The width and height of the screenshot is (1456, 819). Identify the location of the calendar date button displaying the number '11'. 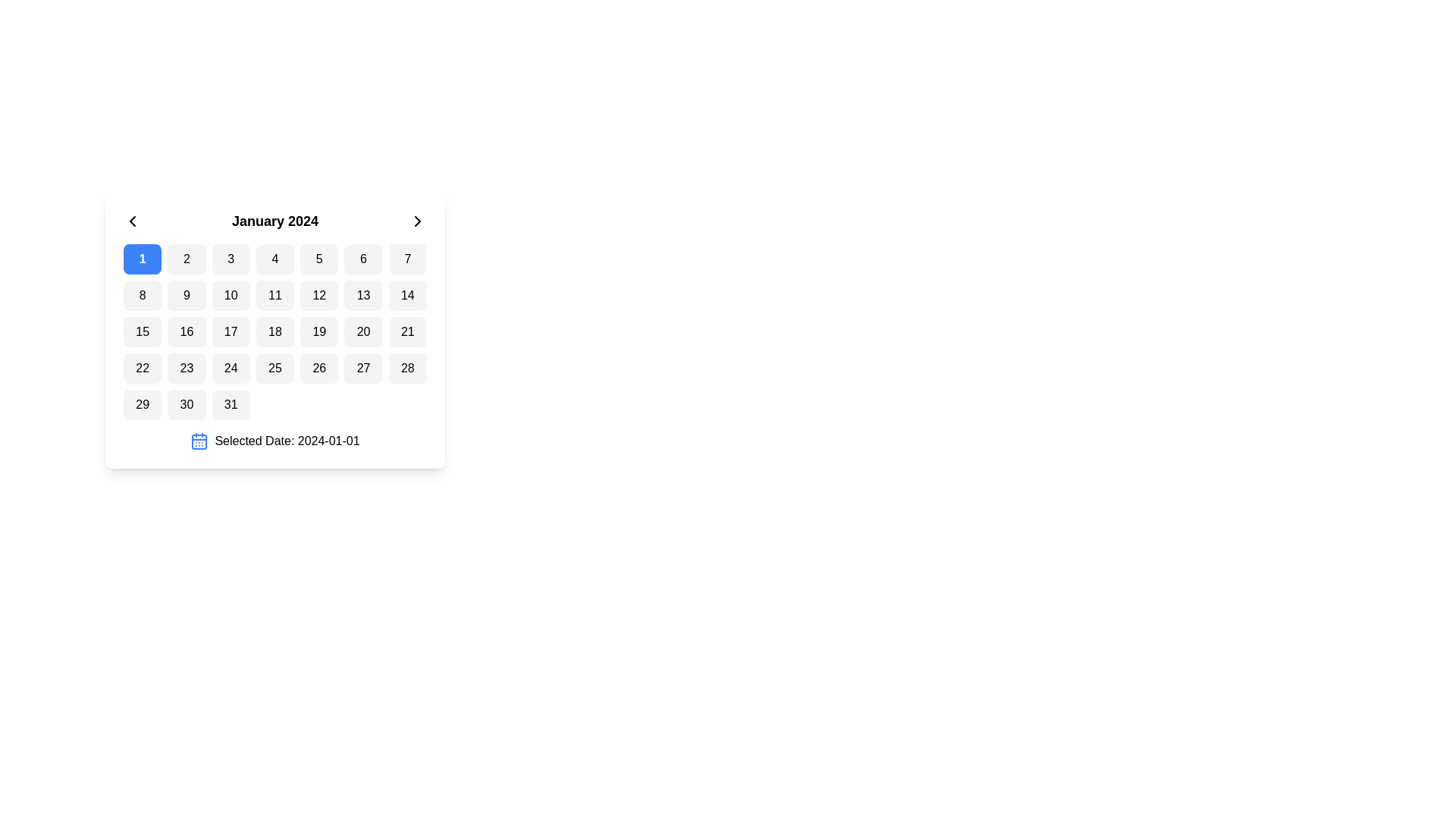
(275, 295).